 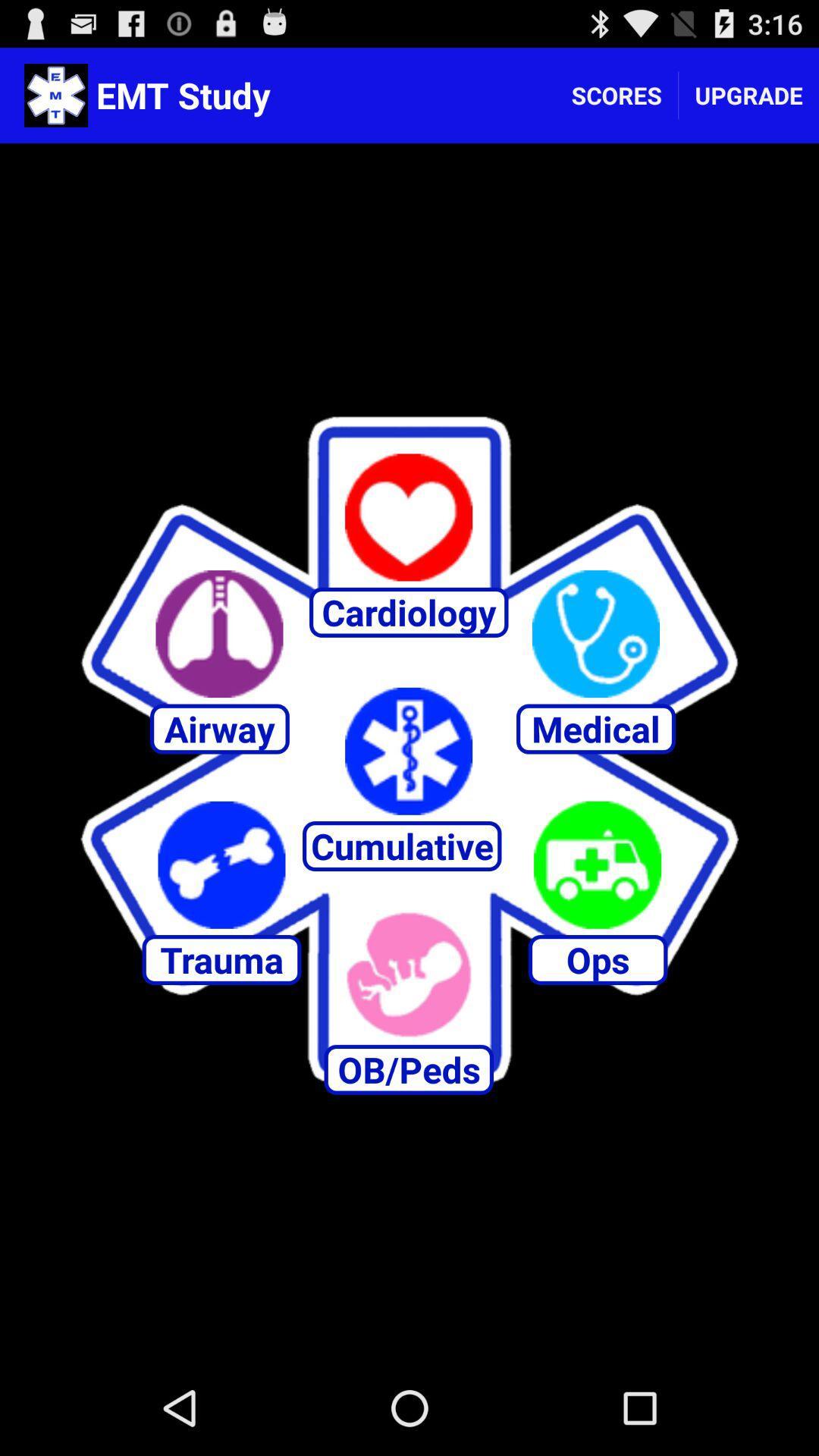 I want to click on ambulance, so click(x=597, y=864).